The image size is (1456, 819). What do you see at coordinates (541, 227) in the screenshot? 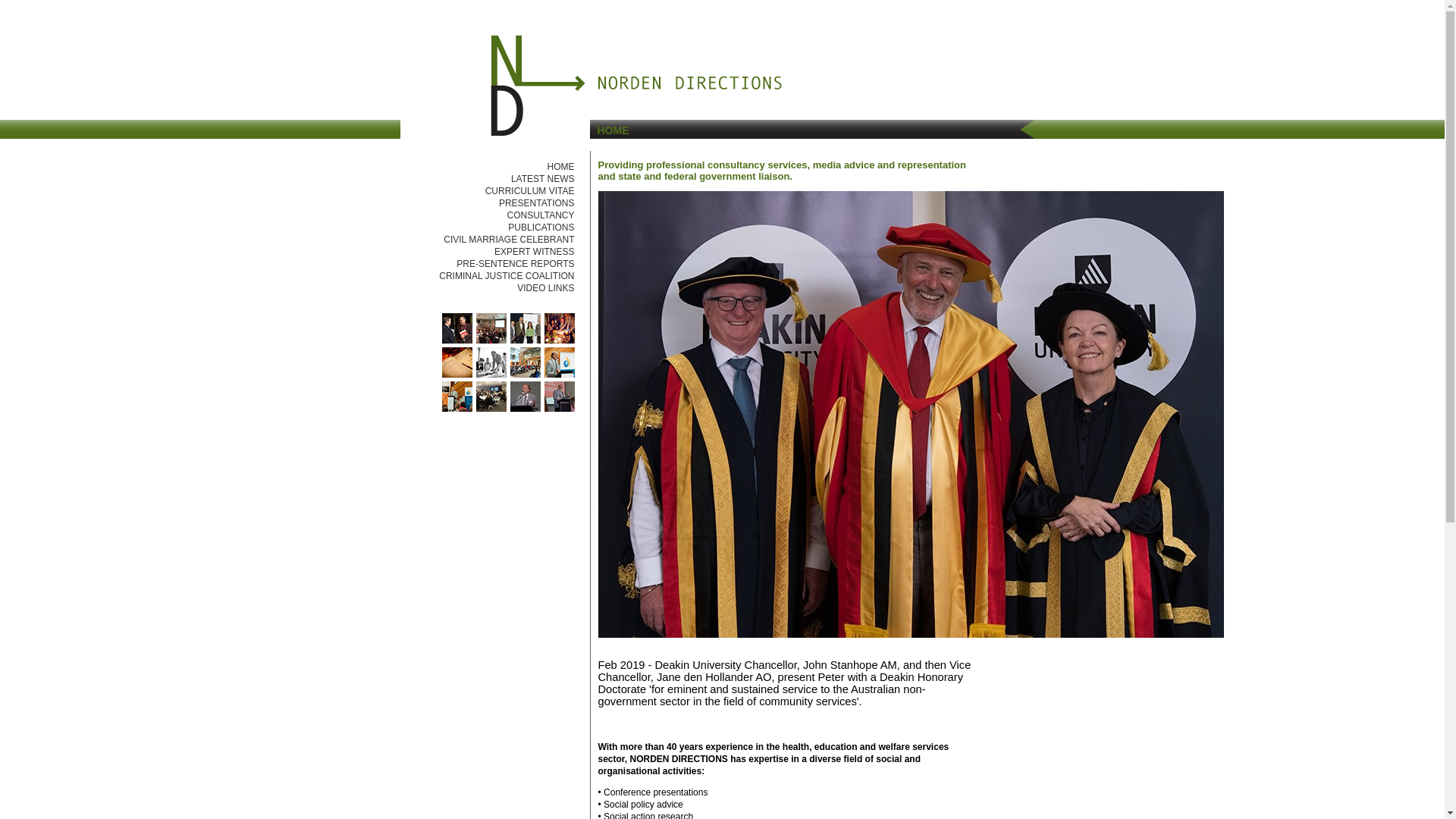
I see `'PUBLICATIONS'` at bounding box center [541, 227].